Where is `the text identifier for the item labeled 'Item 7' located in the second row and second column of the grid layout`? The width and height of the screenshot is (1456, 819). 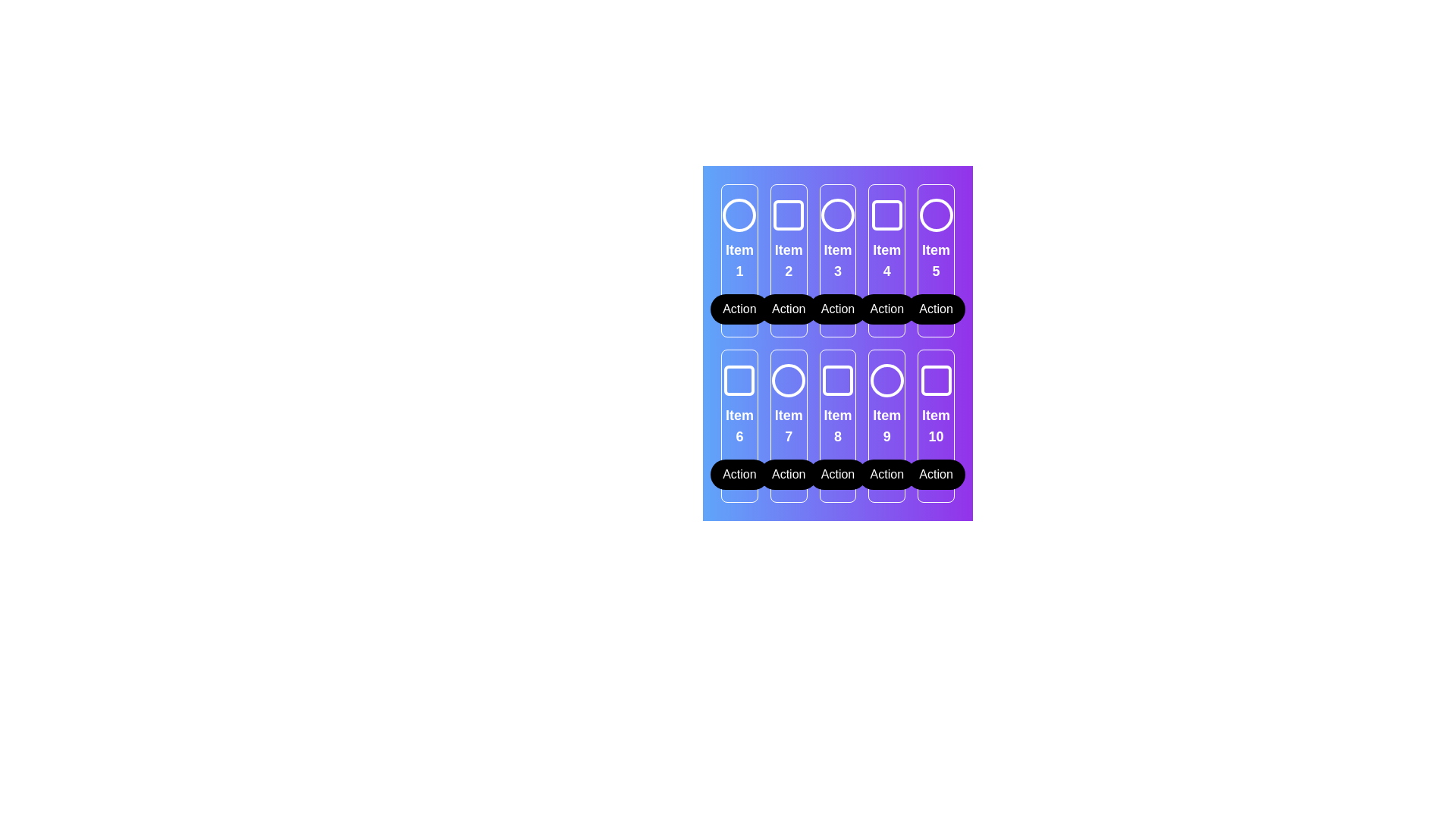
the text identifier for the item labeled 'Item 7' located in the second row and second column of the grid layout is located at coordinates (789, 426).